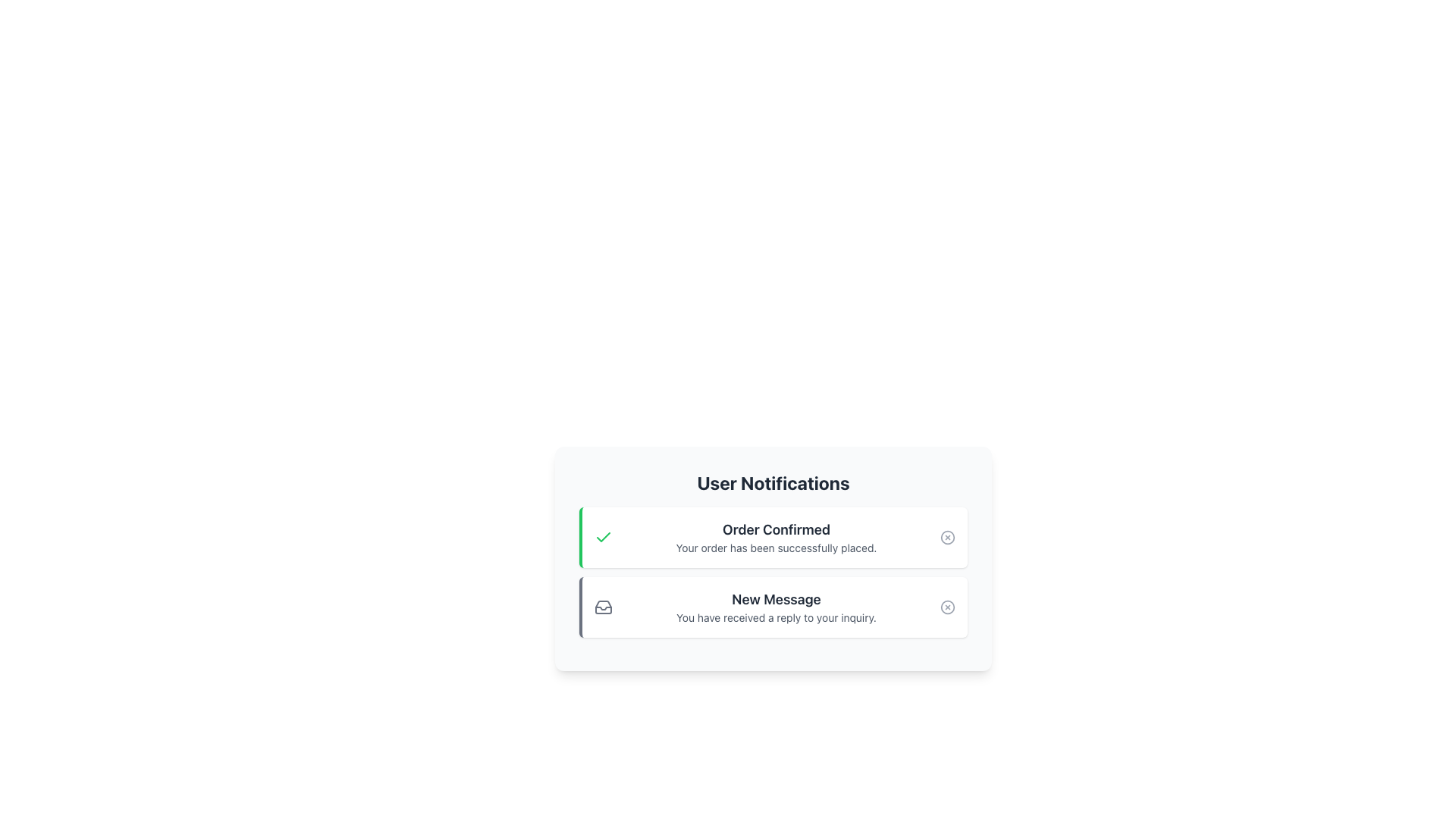 Image resolution: width=1456 pixels, height=819 pixels. What do you see at coordinates (603, 607) in the screenshot?
I see `the triangular-shaped graphic feature resembling a downward arrow within the circular section of the SVG icon in the second row of the notifications list, located to the left of the 'New Message' label` at bounding box center [603, 607].